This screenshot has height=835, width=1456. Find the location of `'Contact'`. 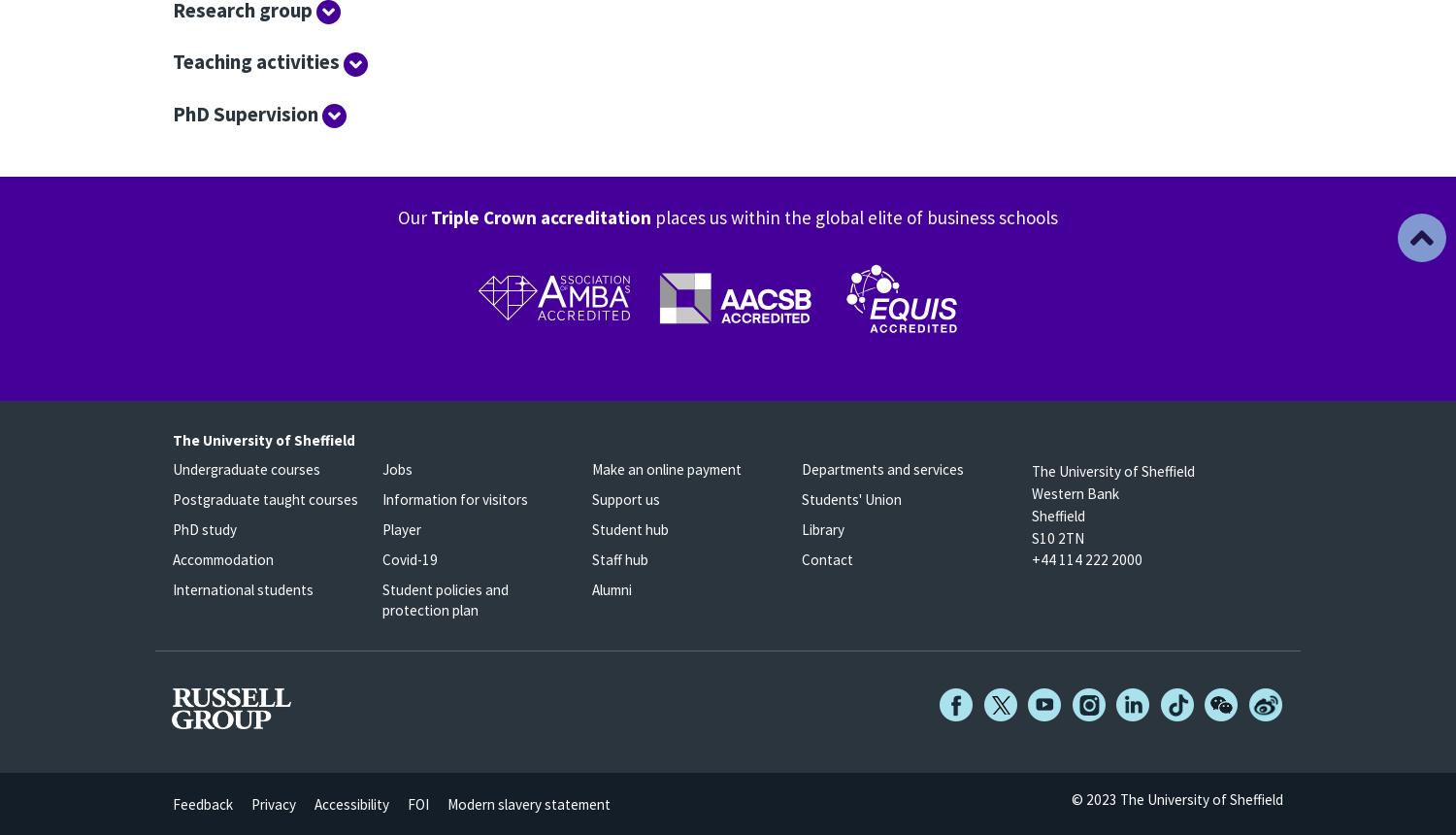

'Contact' is located at coordinates (826, 558).